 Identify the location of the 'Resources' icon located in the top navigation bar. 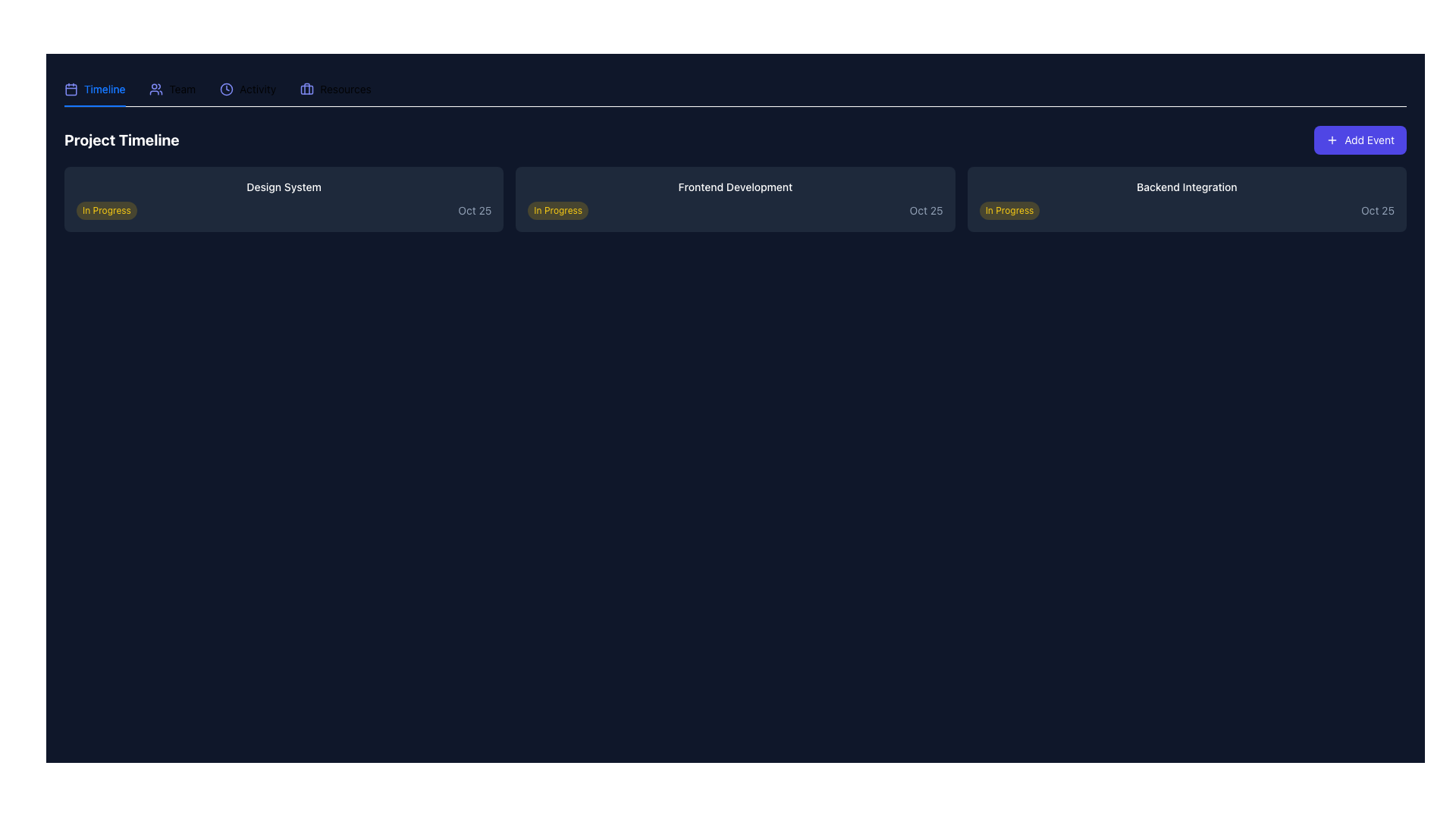
(306, 89).